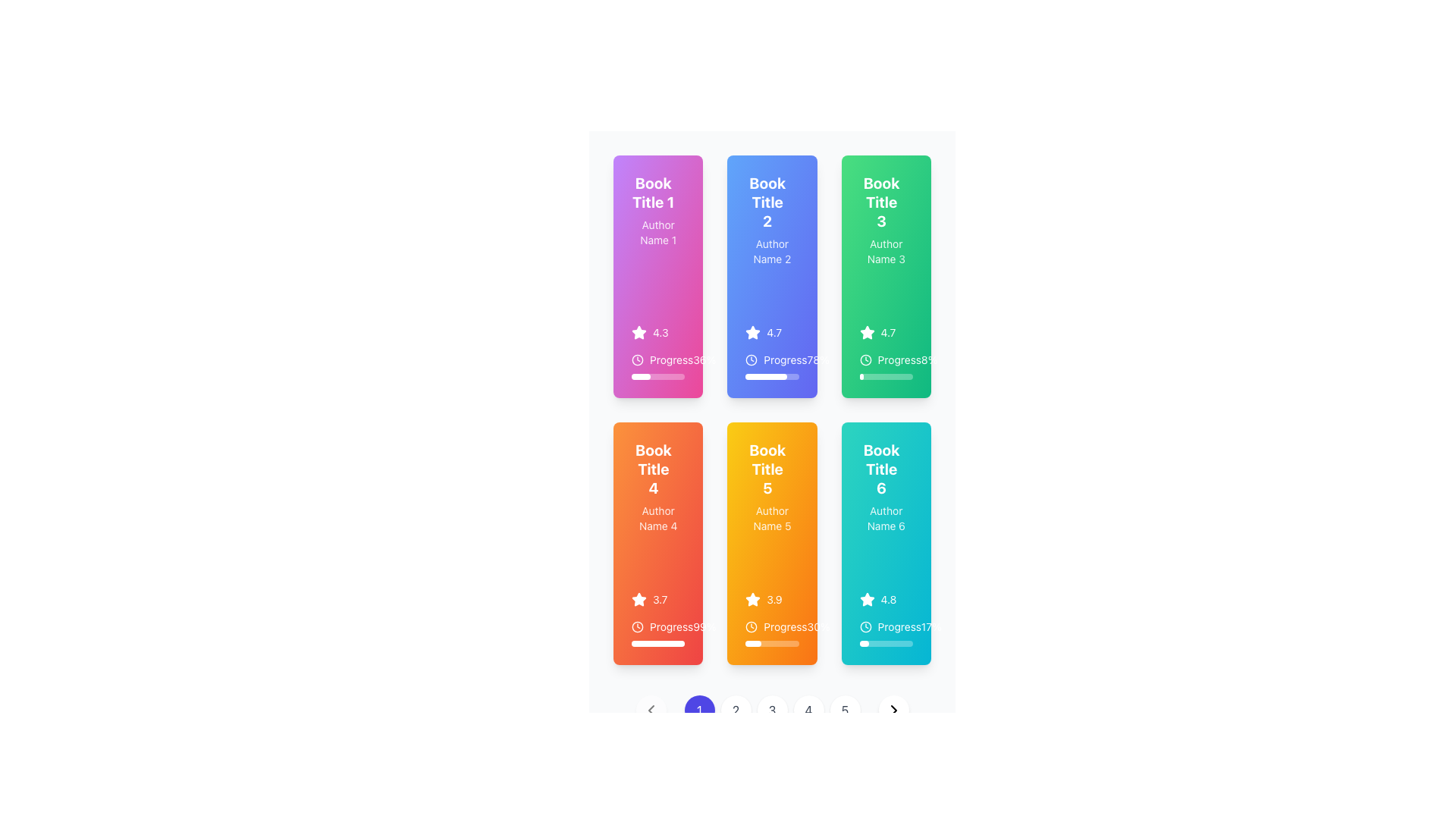  Describe the element at coordinates (658, 332) in the screenshot. I see `the rating value displayed in the star icon and text '4.3' located below 'Book Title 1' in the card-style UI` at that location.